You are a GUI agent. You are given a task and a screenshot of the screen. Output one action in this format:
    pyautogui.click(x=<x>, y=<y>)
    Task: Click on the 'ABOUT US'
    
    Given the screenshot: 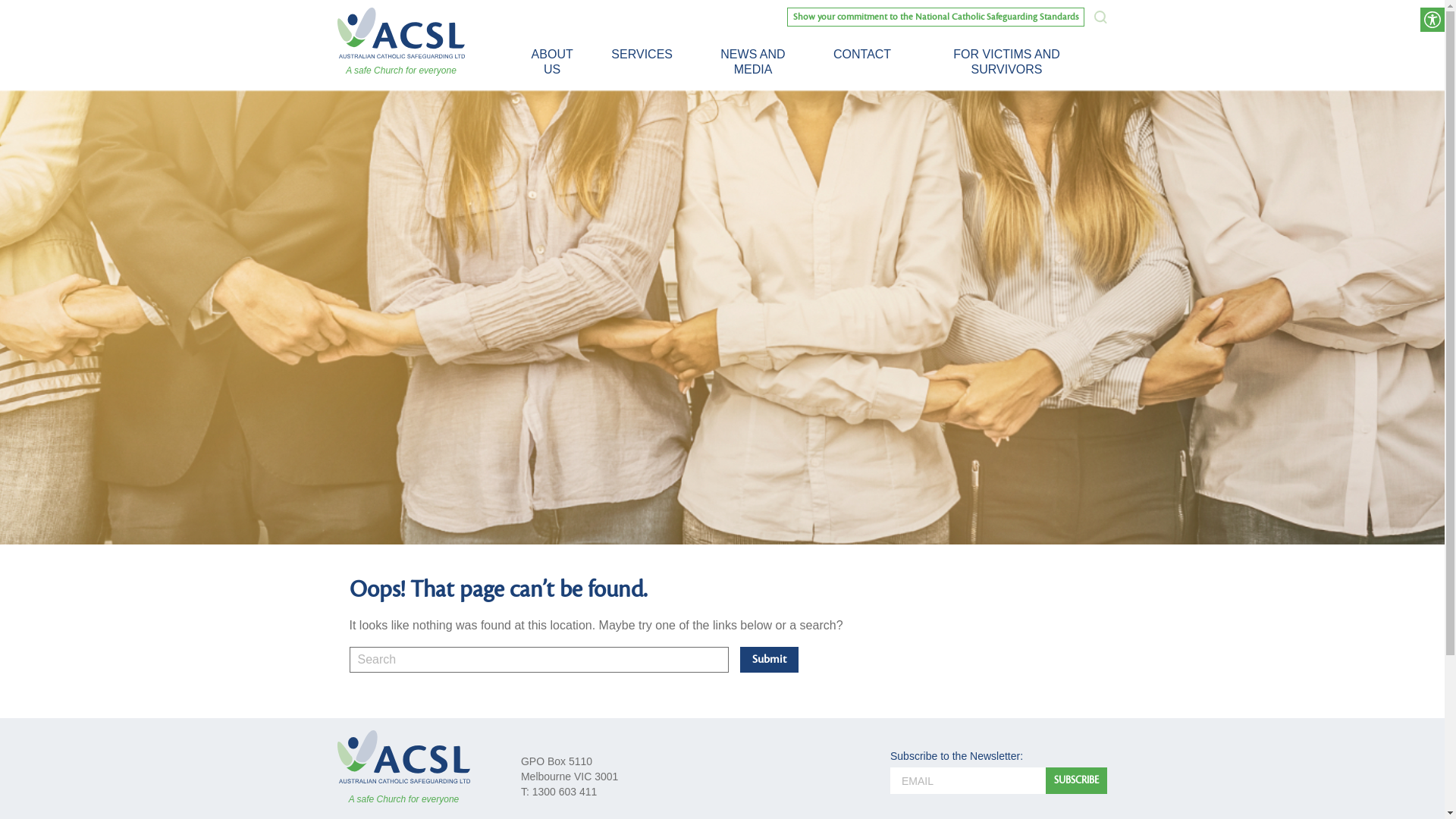 What is the action you would take?
    pyautogui.click(x=551, y=61)
    